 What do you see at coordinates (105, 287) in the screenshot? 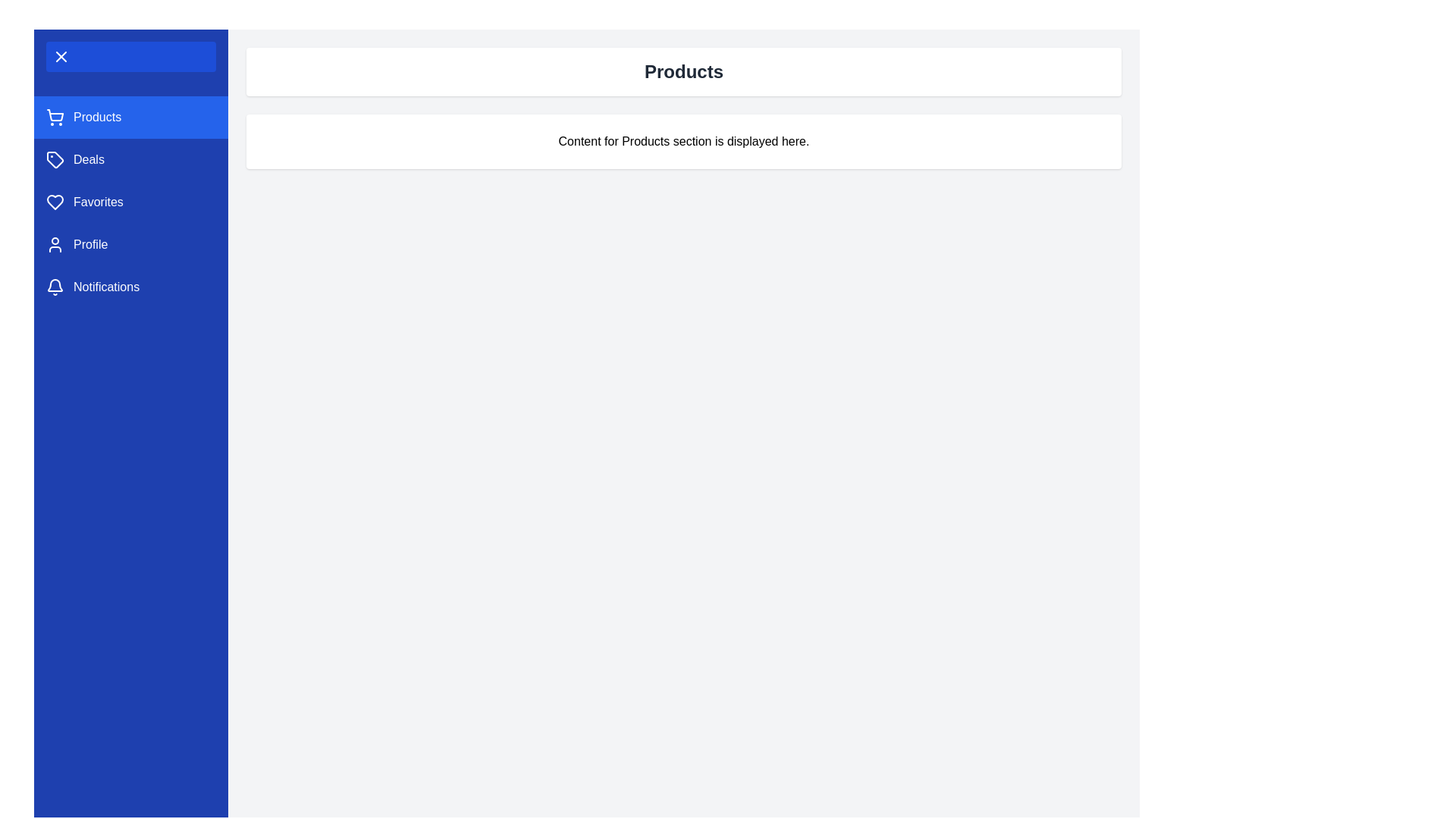
I see `the 'Notifications' label, which is the fourth option in the vertical navigation menu on the left` at bounding box center [105, 287].